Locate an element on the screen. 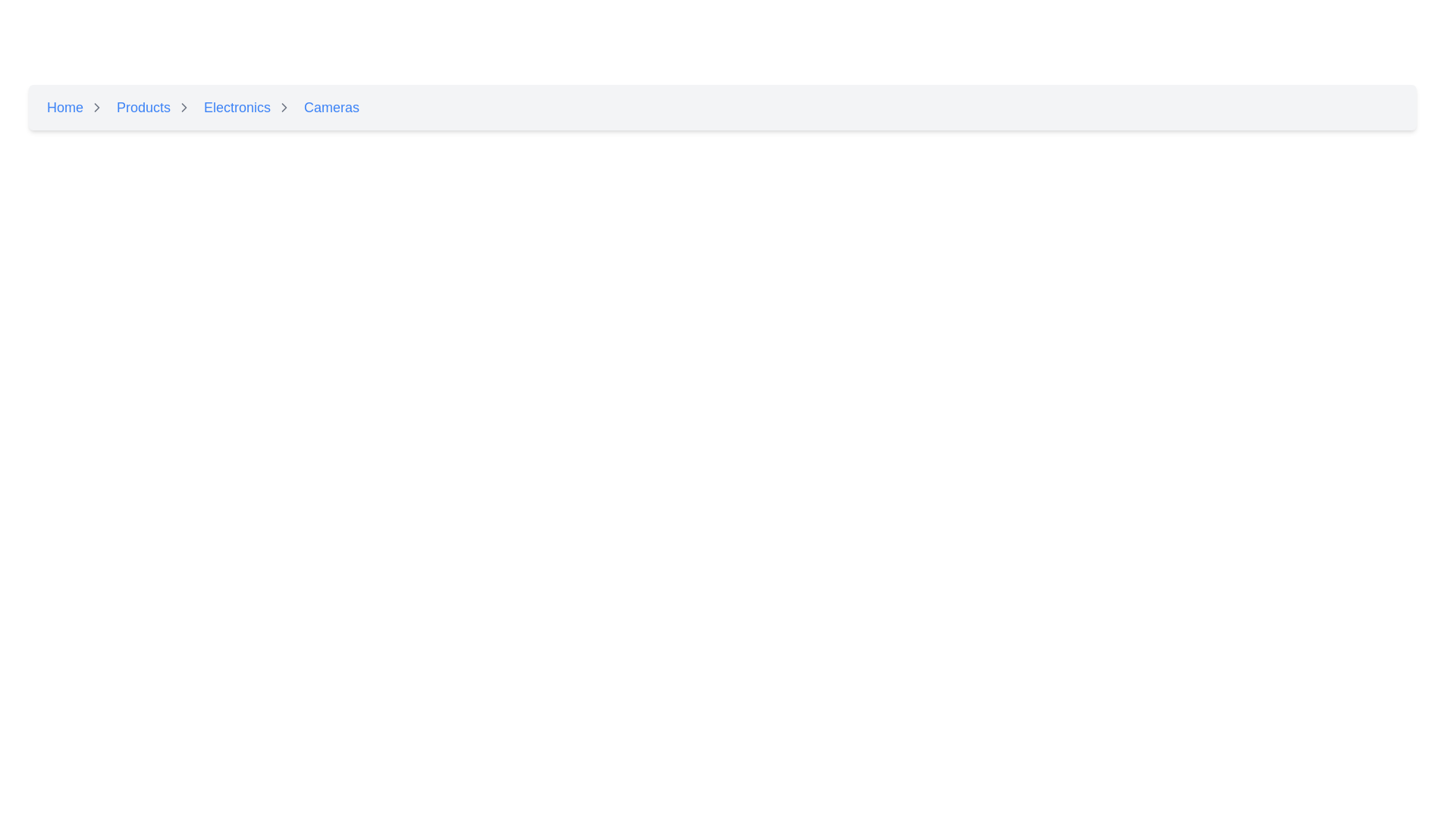  the right-facing chevron icon, which is styled as a gray SVG graphic with a thin 2-pixel stroke, located between the 'Products' and 'Electronics' breadcrumb links is located at coordinates (184, 107).